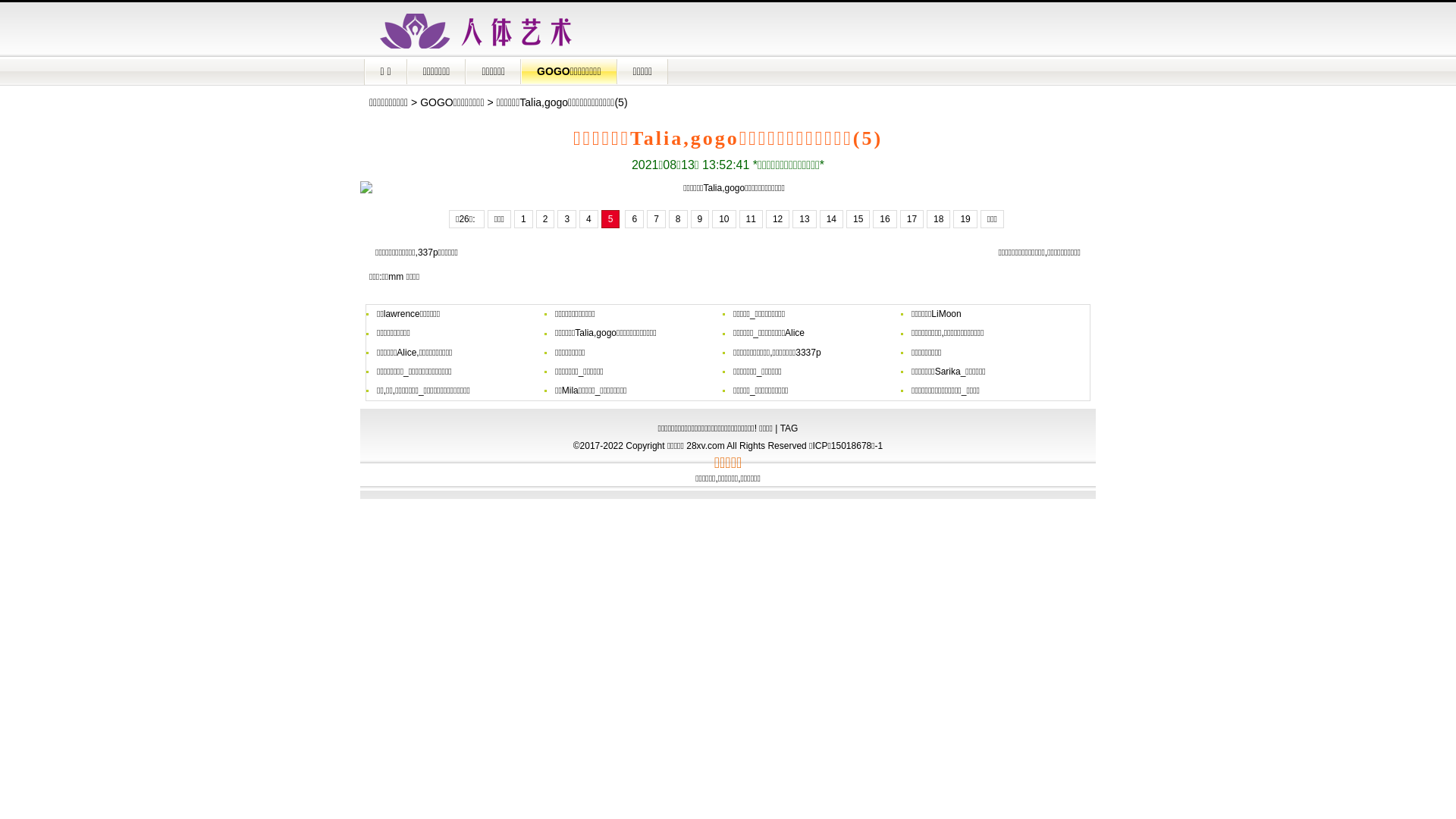 This screenshot has width=1456, height=819. I want to click on '17', so click(911, 219).